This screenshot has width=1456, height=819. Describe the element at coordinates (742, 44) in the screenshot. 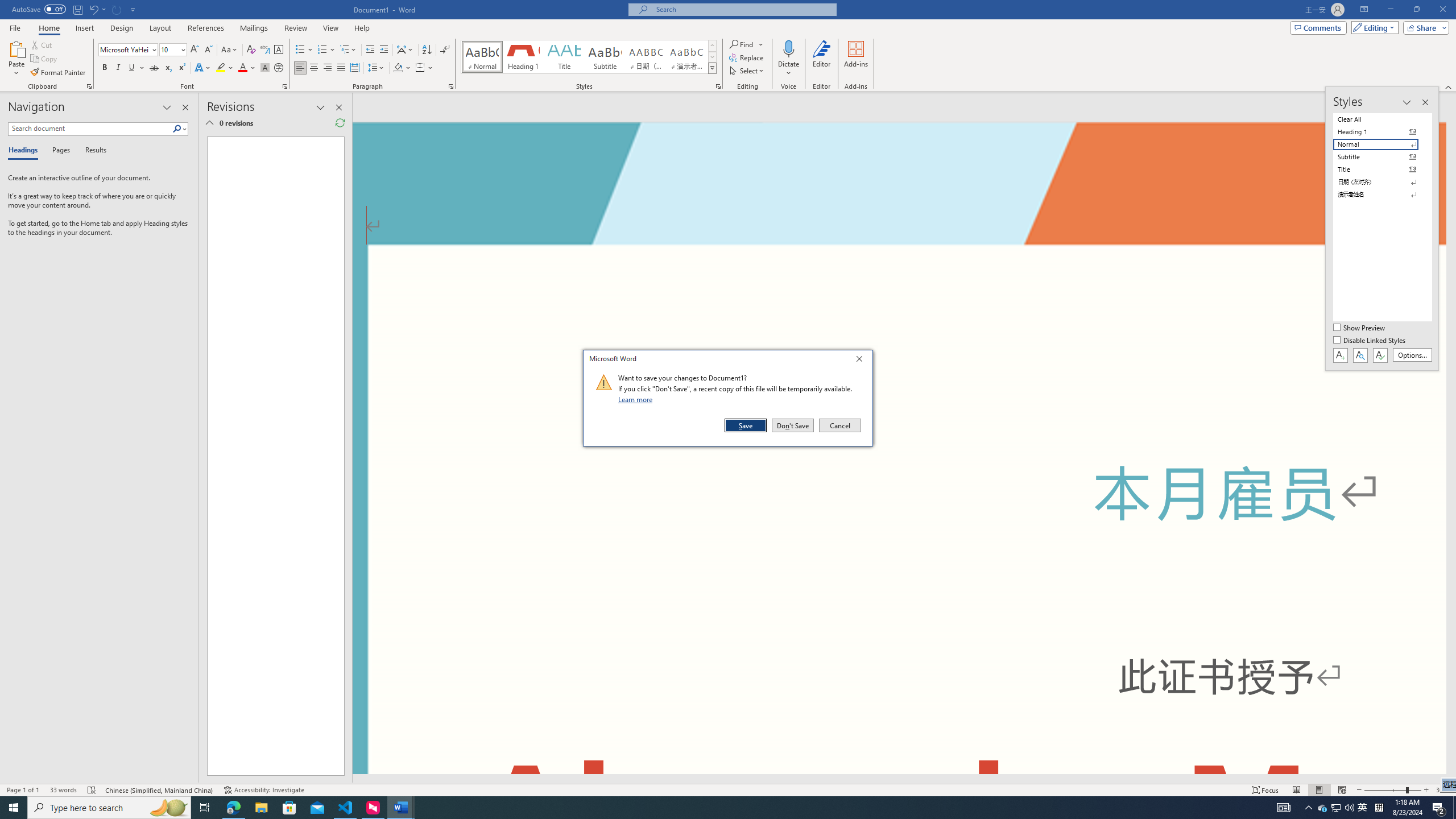

I see `'Find'` at that location.